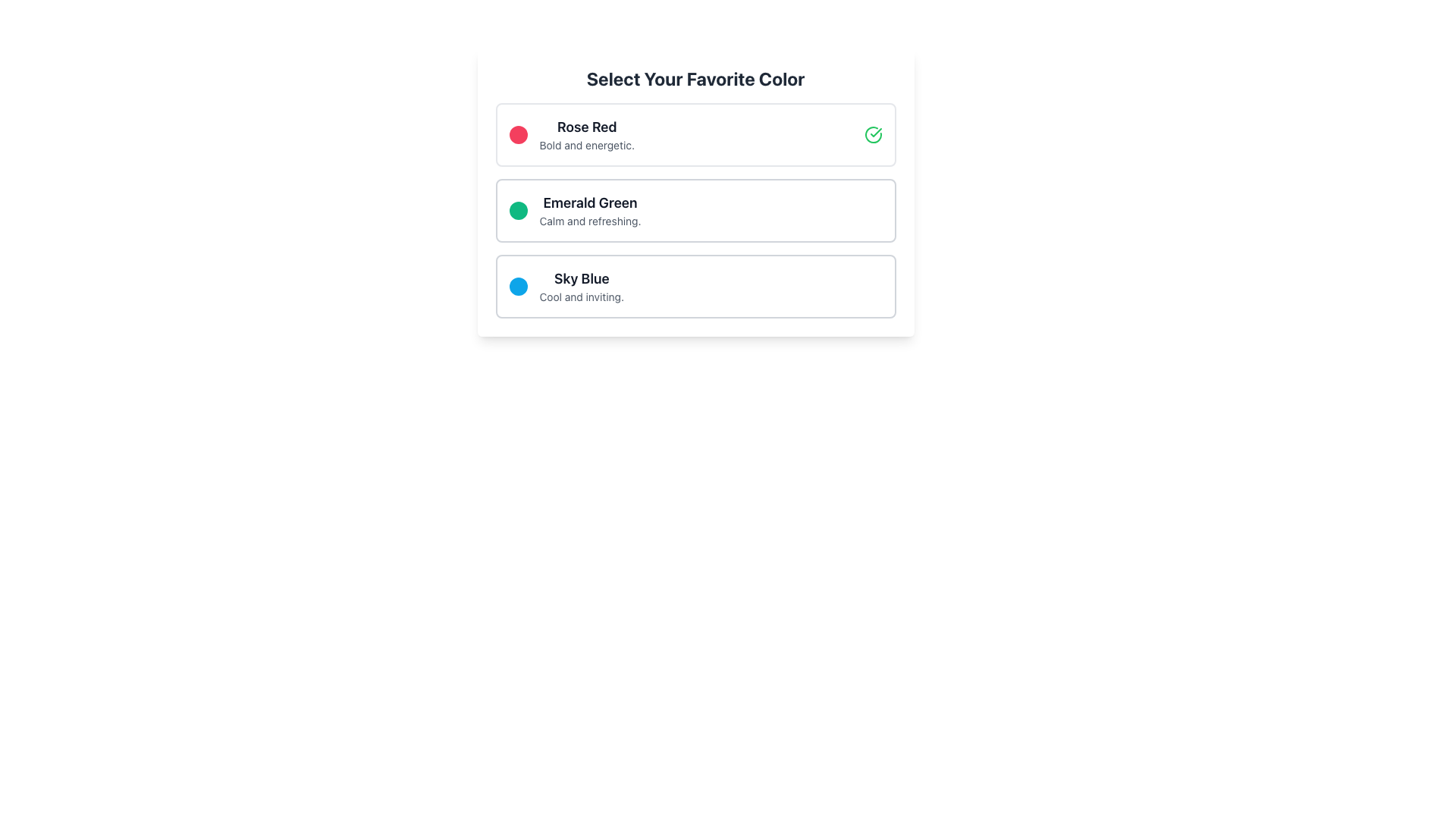 The height and width of the screenshot is (819, 1456). What do you see at coordinates (586, 127) in the screenshot?
I see `the text label displaying 'Rose Red', which is bold and dark gray, positioned at the top of a vertical list of choices` at bounding box center [586, 127].